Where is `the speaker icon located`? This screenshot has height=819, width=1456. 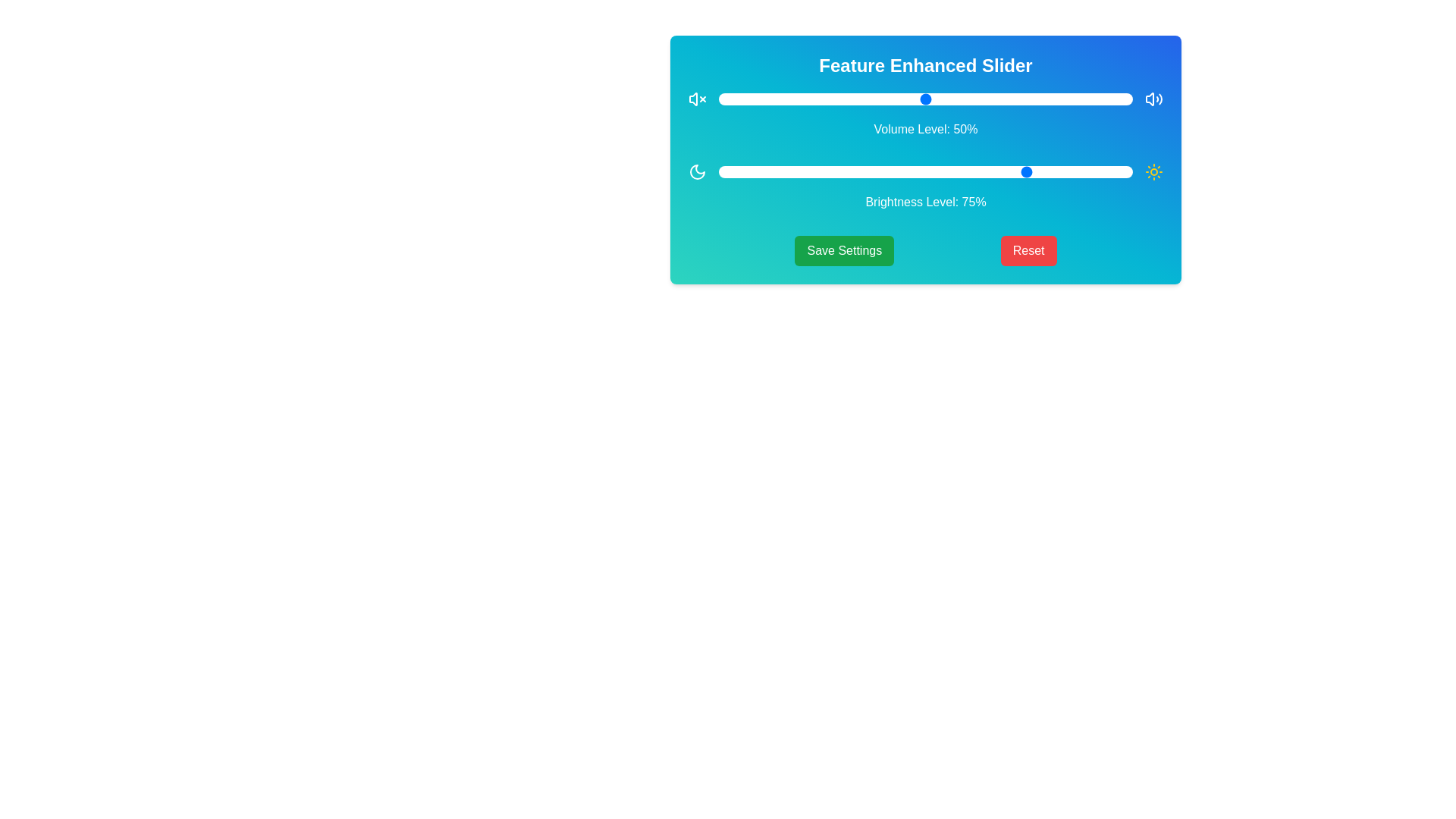
the speaker icon located is located at coordinates (1153, 99).